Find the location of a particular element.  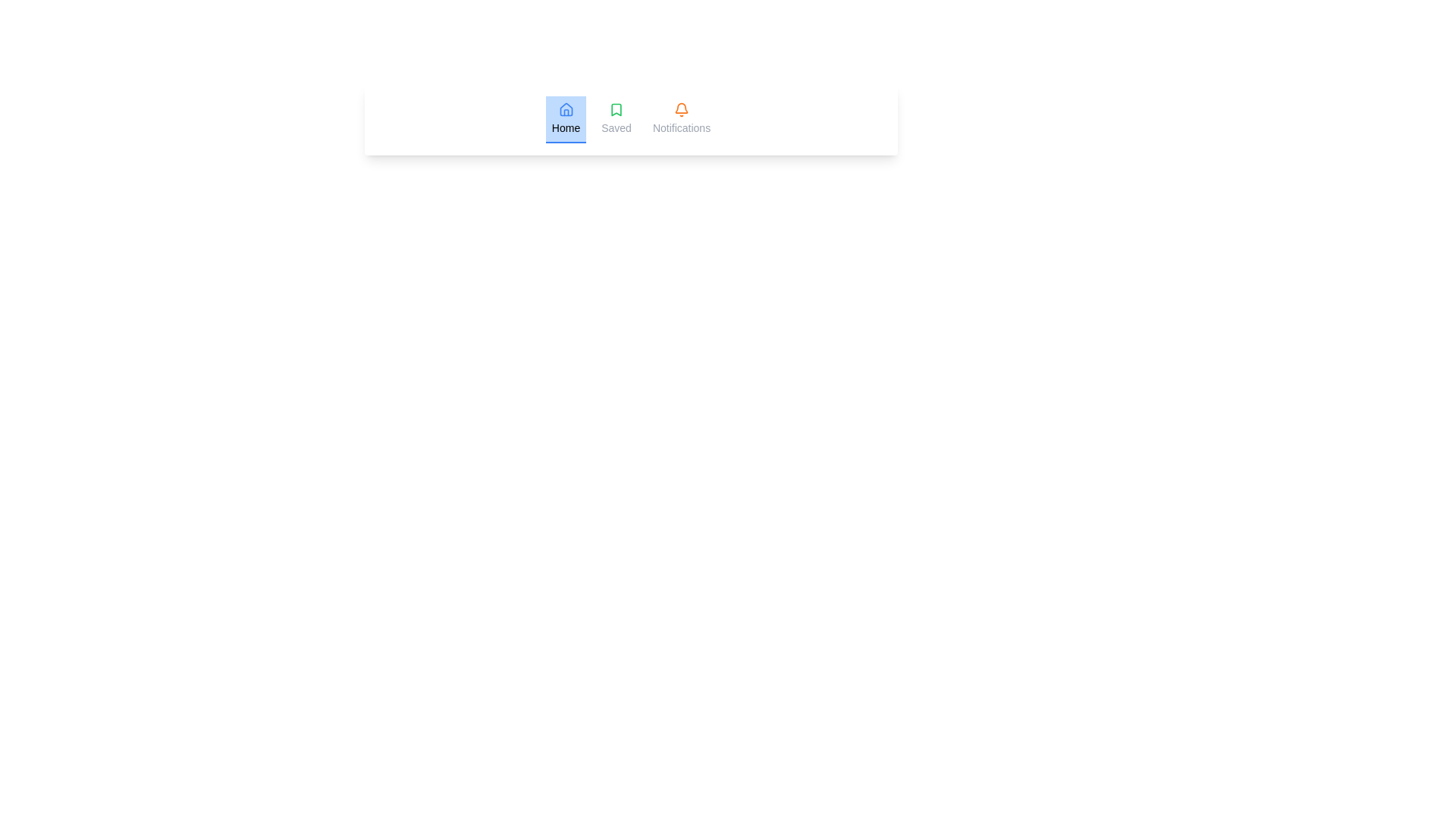

the category Saved by clicking on its name or icon is located at coordinates (616, 119).